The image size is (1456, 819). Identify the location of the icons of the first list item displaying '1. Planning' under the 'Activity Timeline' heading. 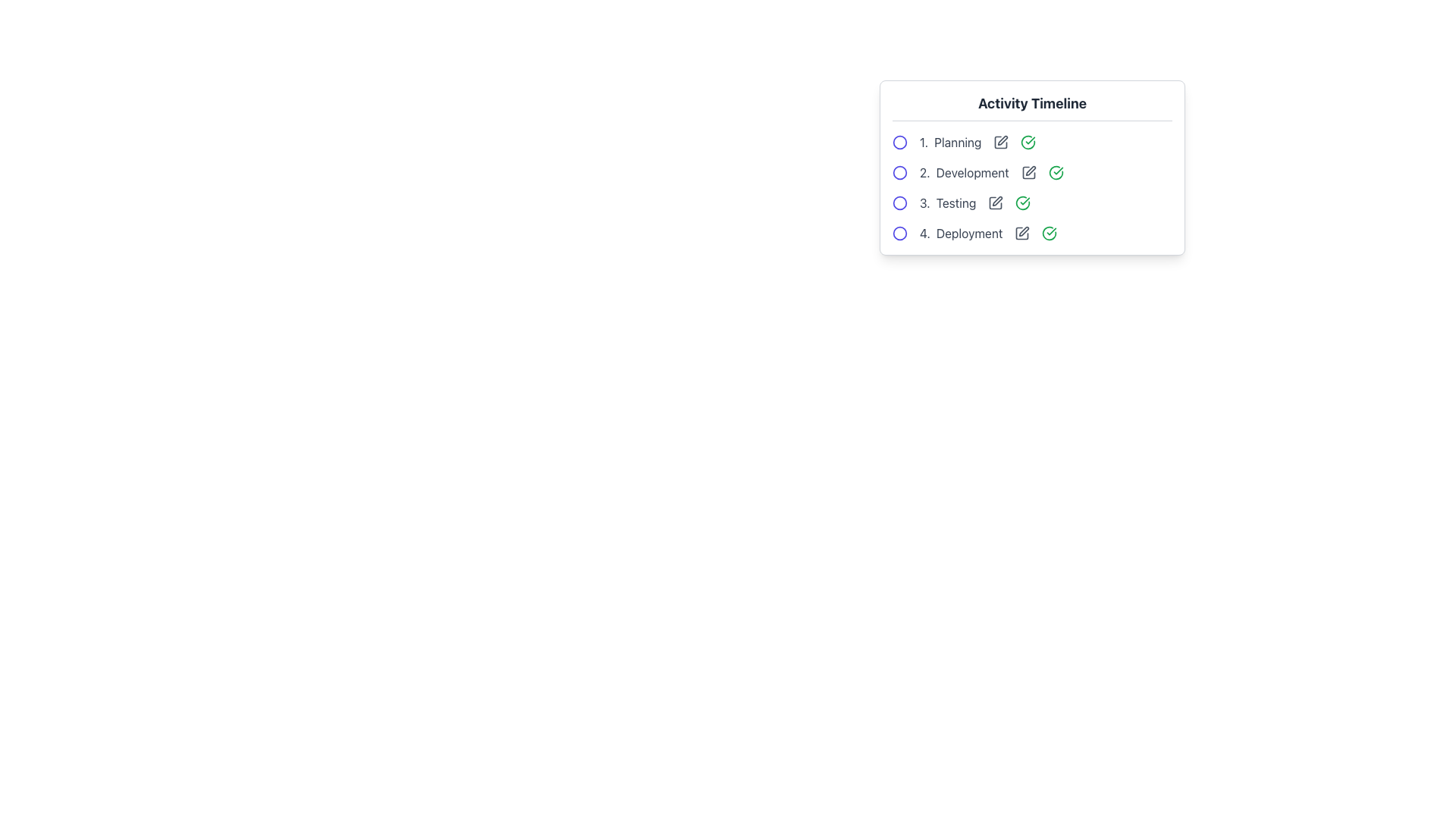
(1031, 143).